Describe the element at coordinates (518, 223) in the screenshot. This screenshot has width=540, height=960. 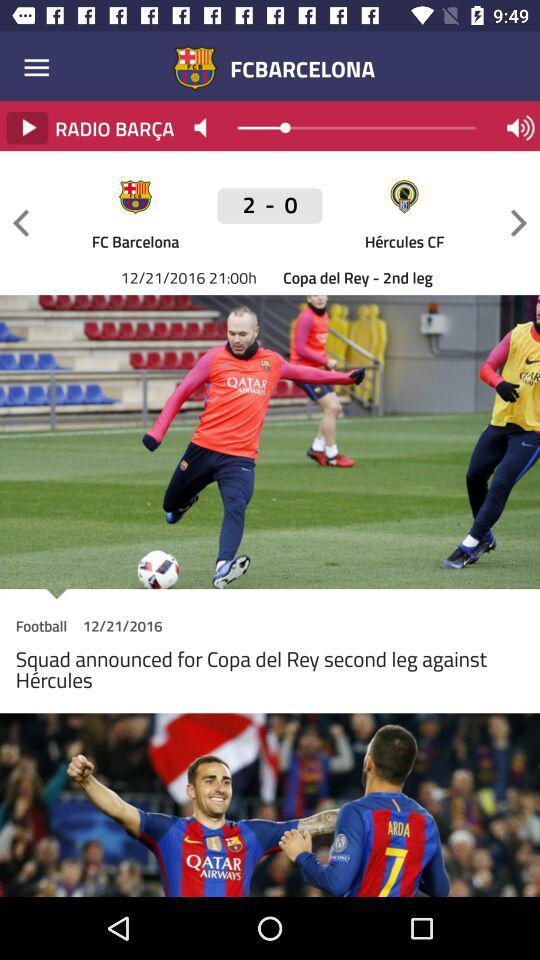
I see `the icon above the copa del rey` at that location.